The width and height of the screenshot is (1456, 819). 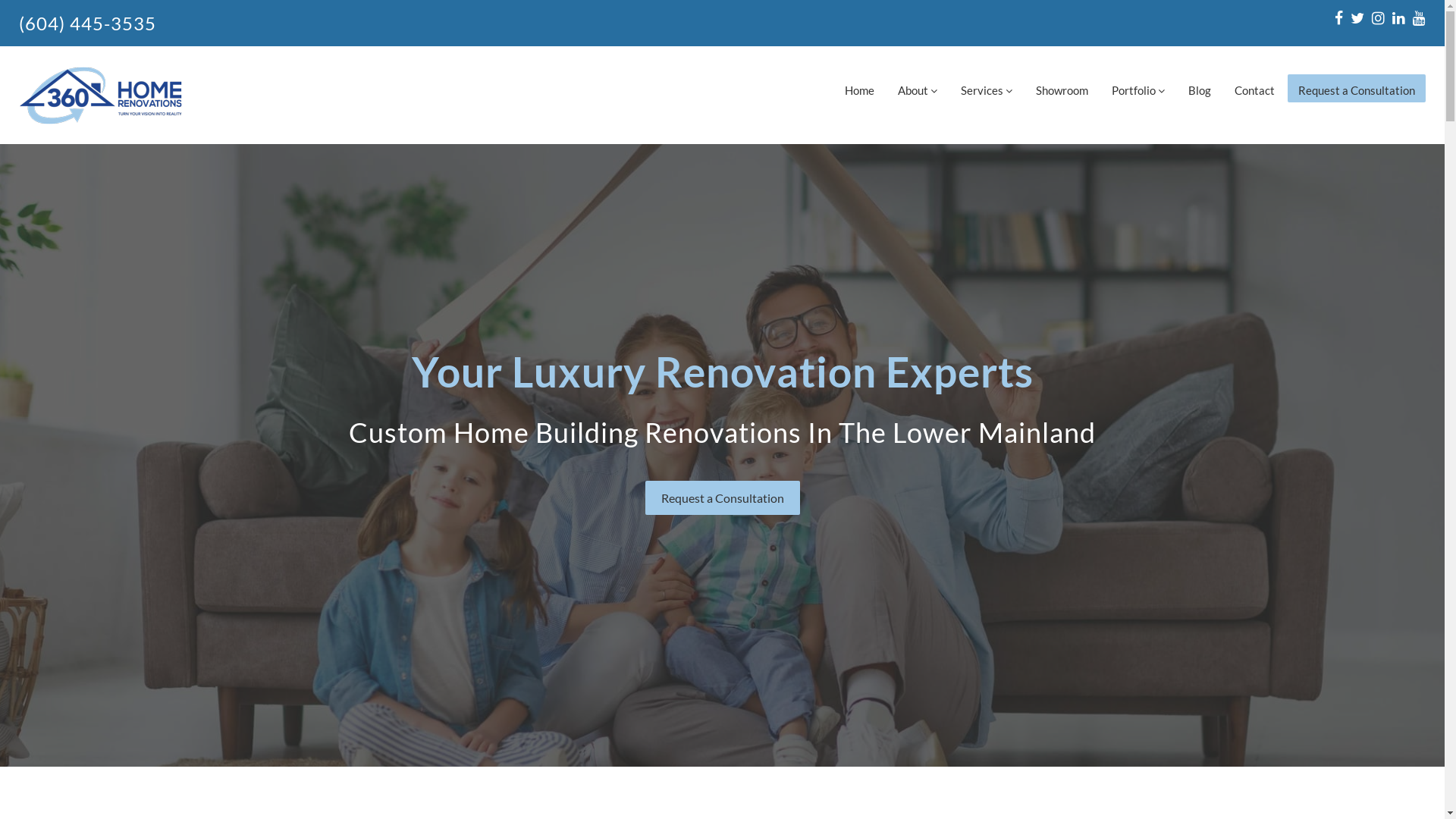 What do you see at coordinates (1138, 88) in the screenshot?
I see `'Portfolio'` at bounding box center [1138, 88].